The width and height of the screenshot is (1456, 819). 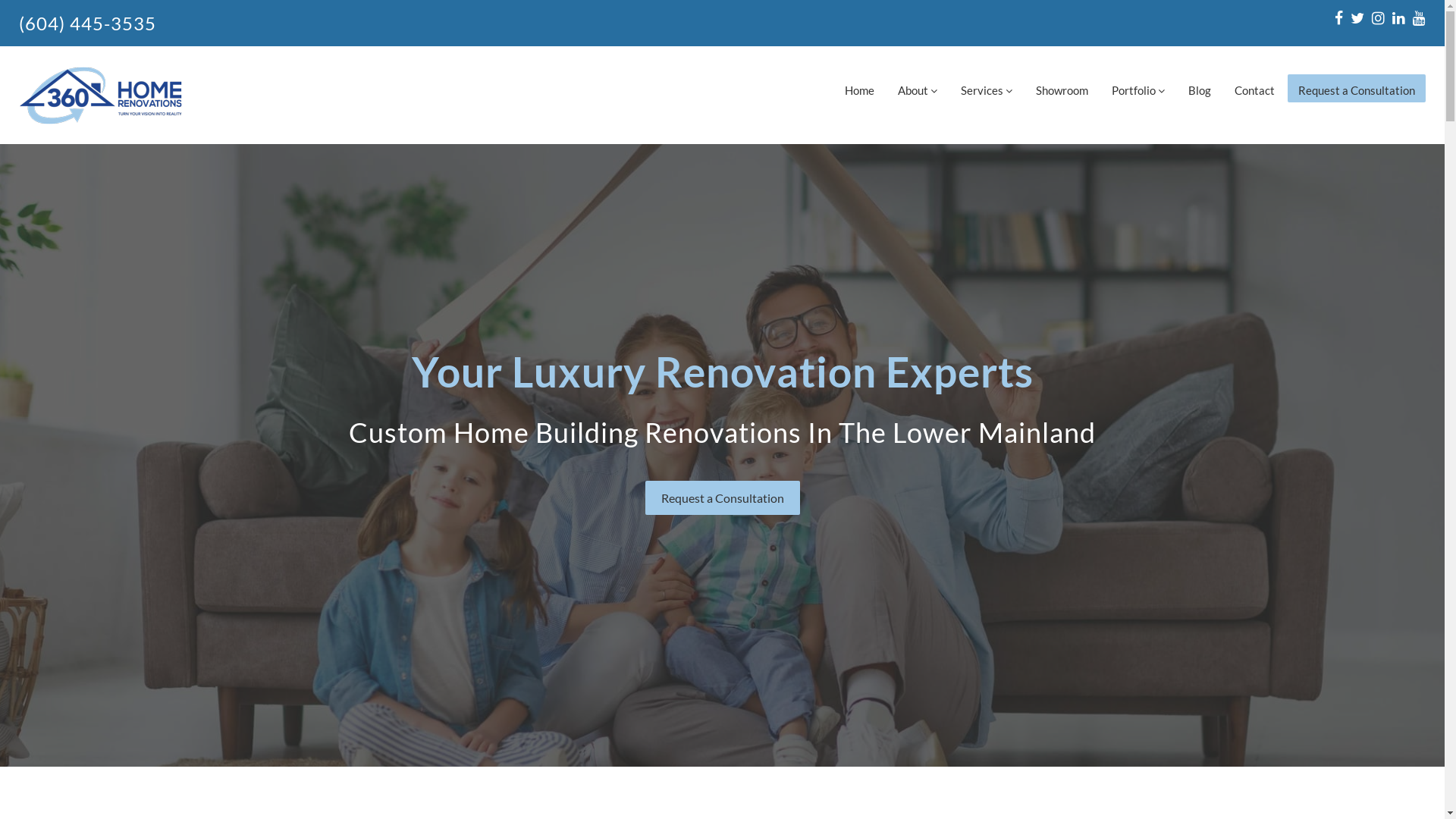 What do you see at coordinates (1138, 88) in the screenshot?
I see `'Portfolio'` at bounding box center [1138, 88].